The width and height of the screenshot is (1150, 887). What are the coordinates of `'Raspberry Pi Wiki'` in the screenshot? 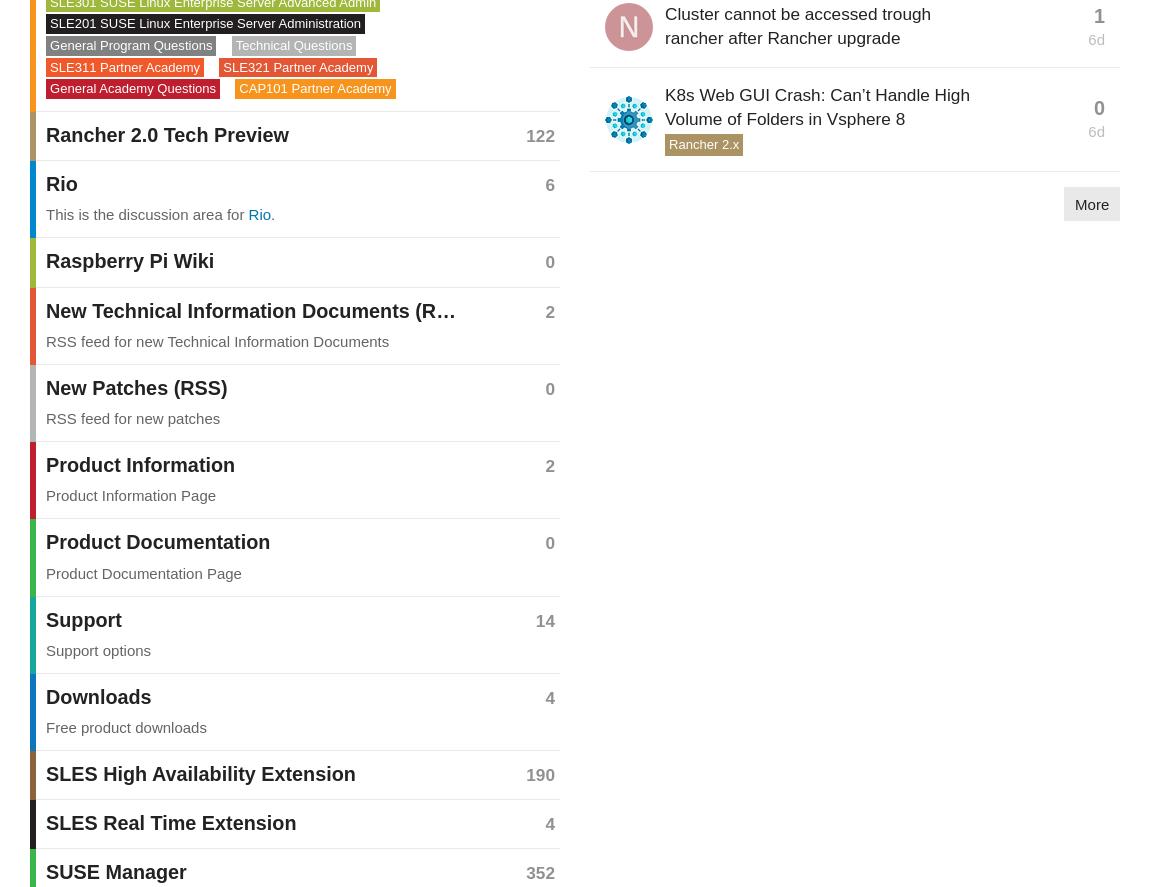 It's located at (45, 260).